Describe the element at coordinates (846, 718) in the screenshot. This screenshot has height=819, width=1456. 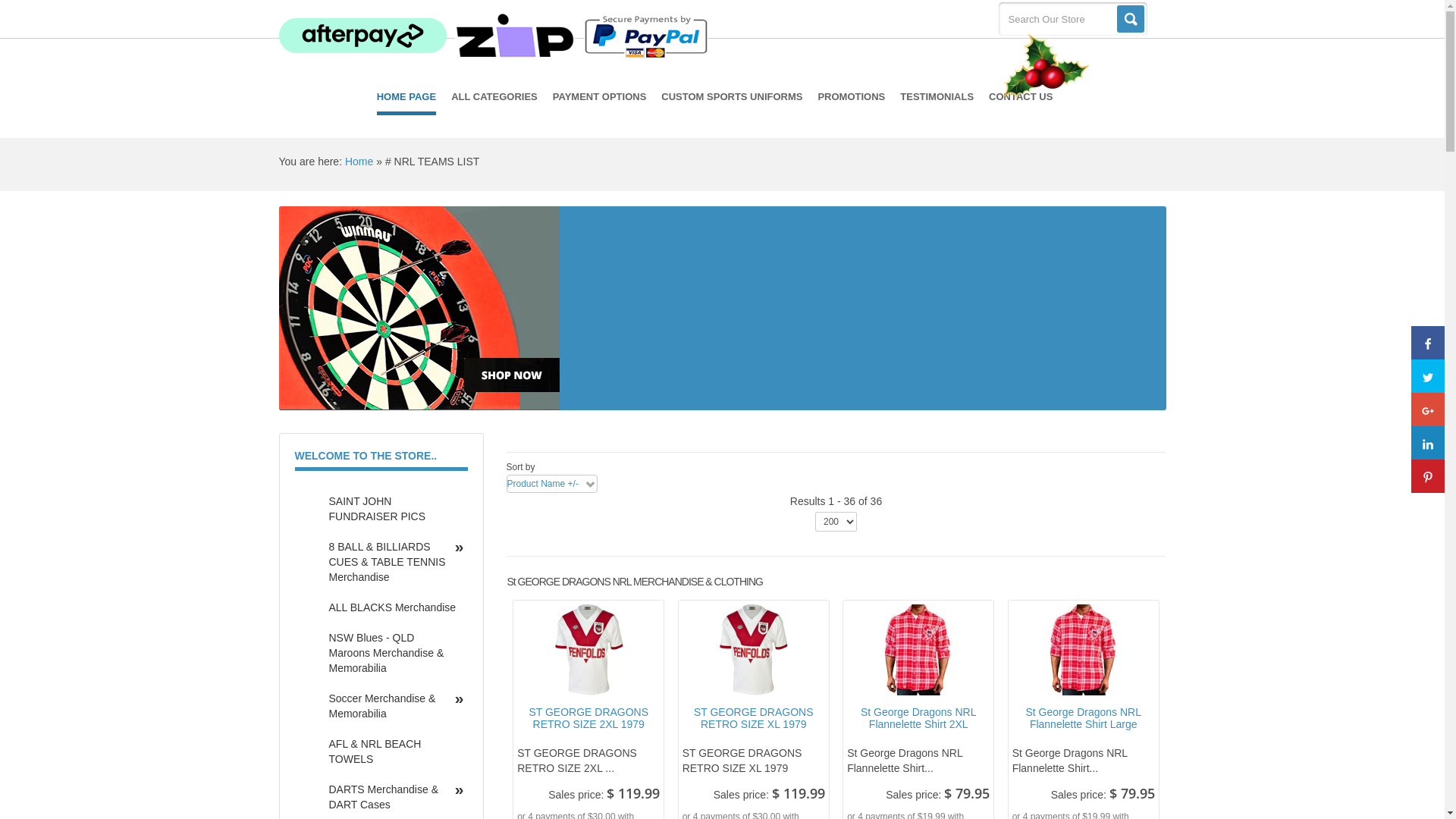
I see `'St George Dragons NRL Flannelette Shirt 2XL'` at that location.